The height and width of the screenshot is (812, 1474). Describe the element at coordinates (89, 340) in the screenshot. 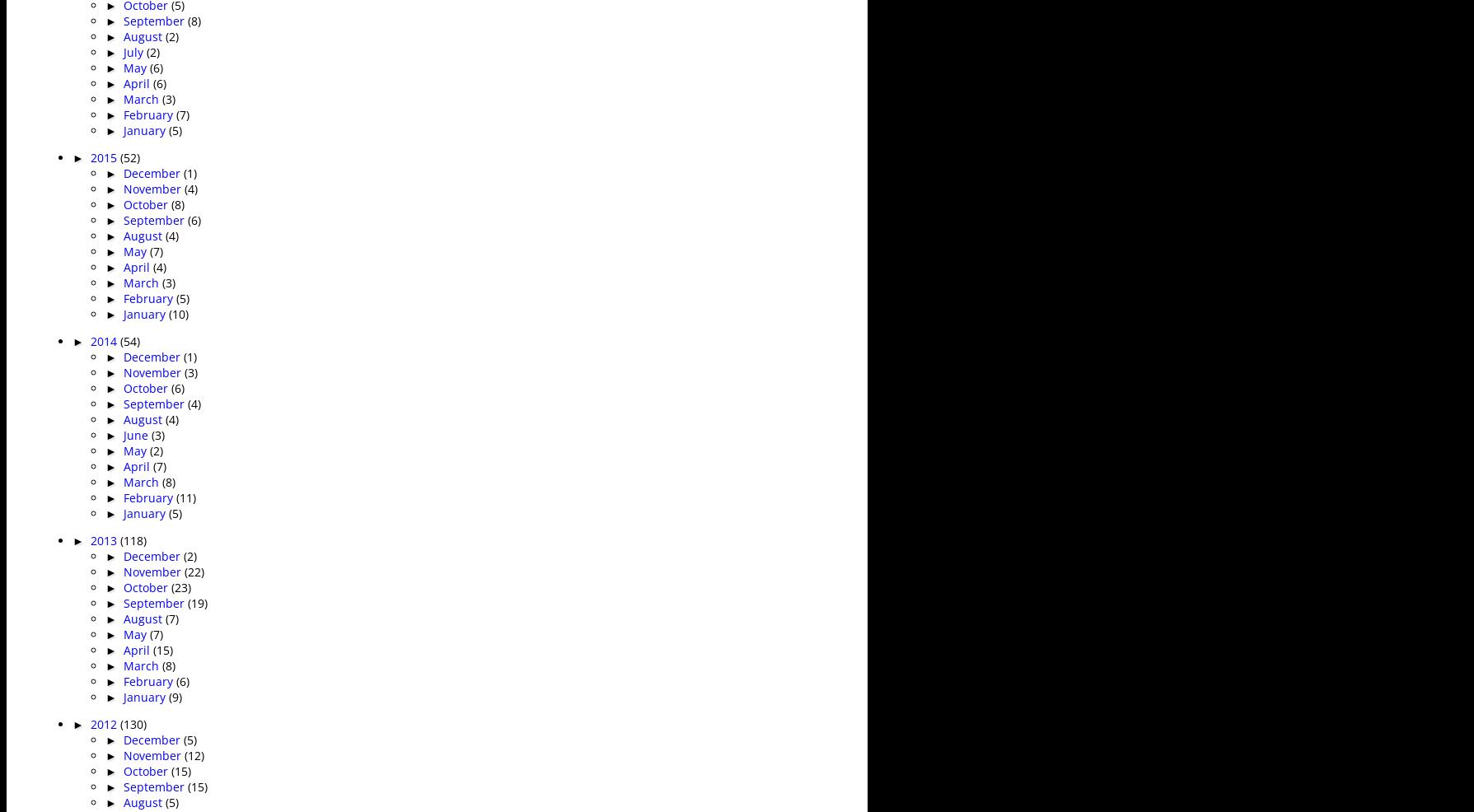

I see `'2014'` at that location.